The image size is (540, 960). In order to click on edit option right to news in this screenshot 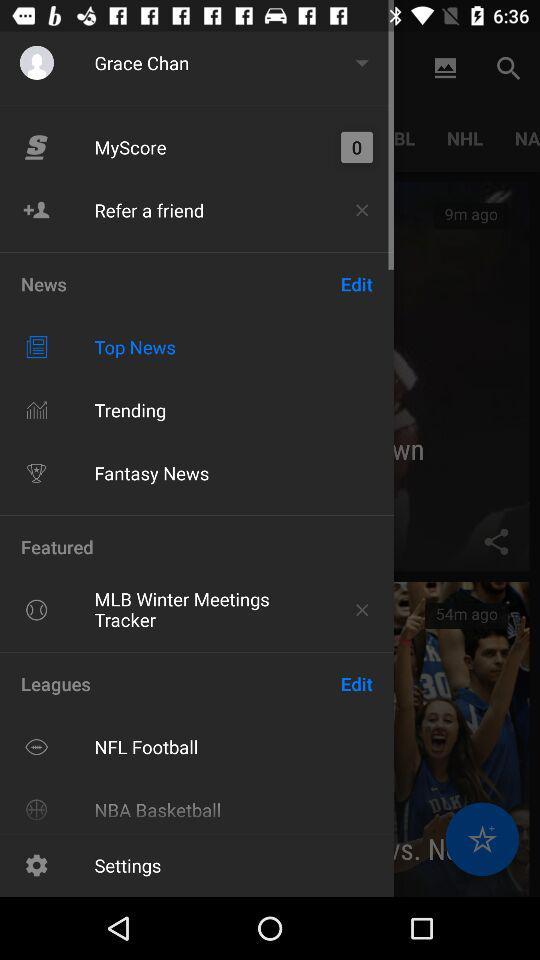, I will do `click(355, 283)`.